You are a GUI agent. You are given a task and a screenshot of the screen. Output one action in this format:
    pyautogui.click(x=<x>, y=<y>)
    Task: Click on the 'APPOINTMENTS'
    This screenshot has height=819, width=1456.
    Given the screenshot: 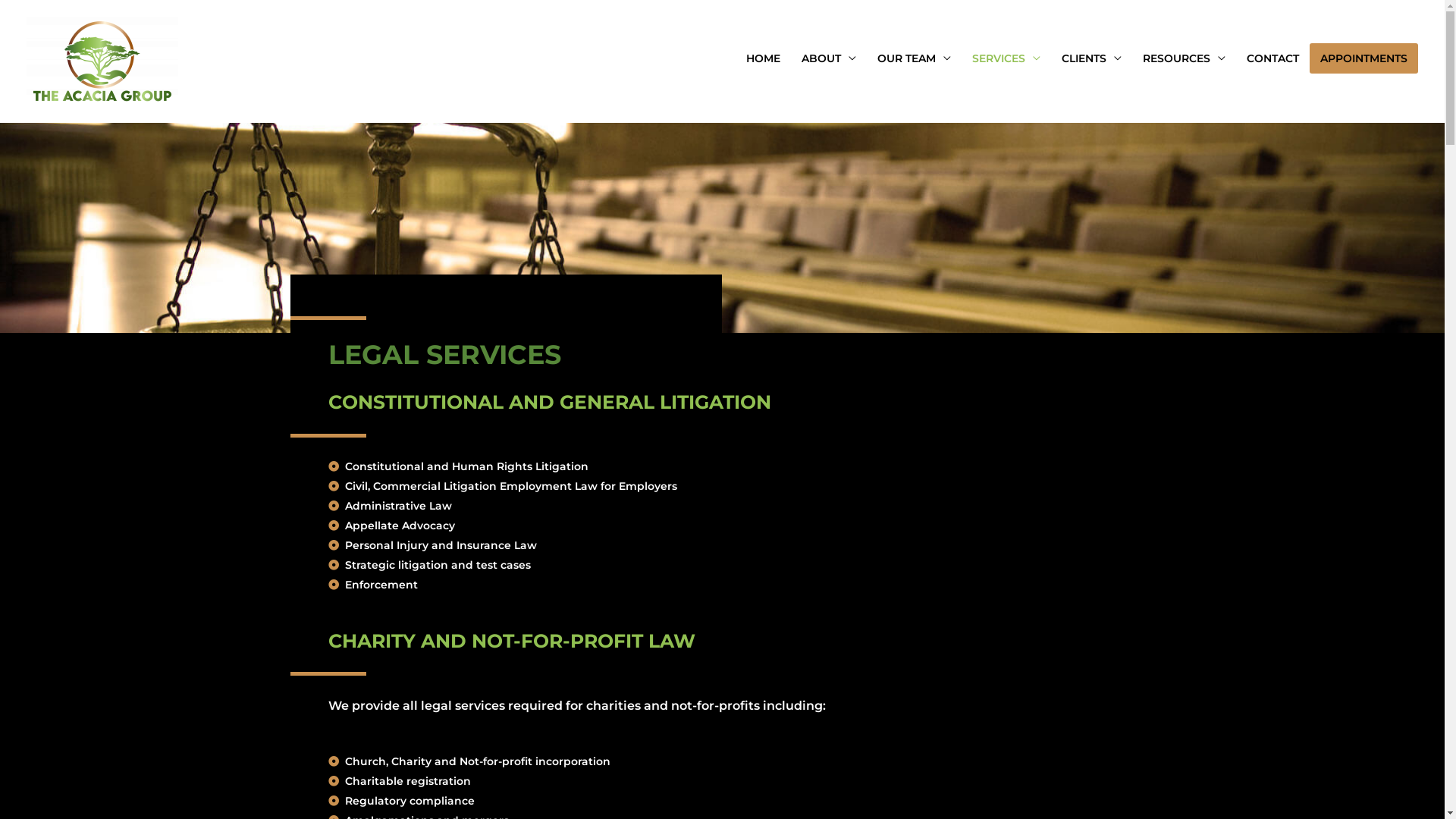 What is the action you would take?
    pyautogui.click(x=1363, y=58)
    